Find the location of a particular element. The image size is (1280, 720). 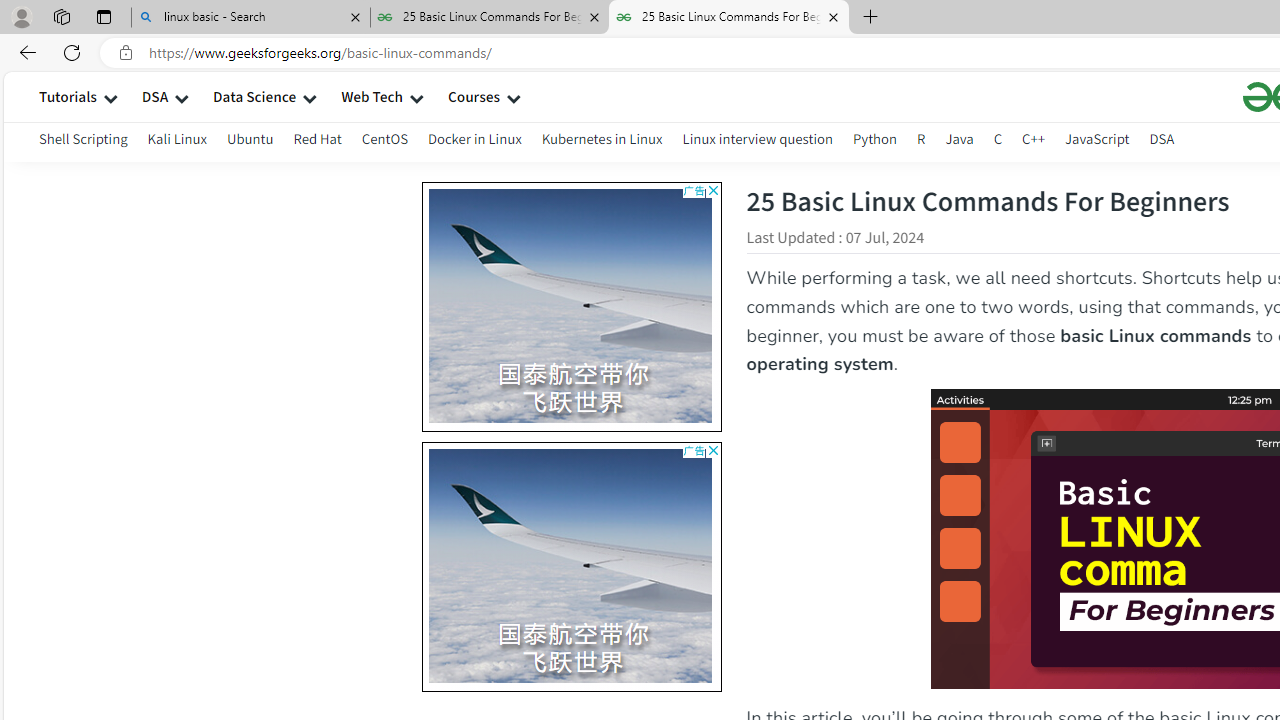

'CentOS' is located at coordinates (384, 141).